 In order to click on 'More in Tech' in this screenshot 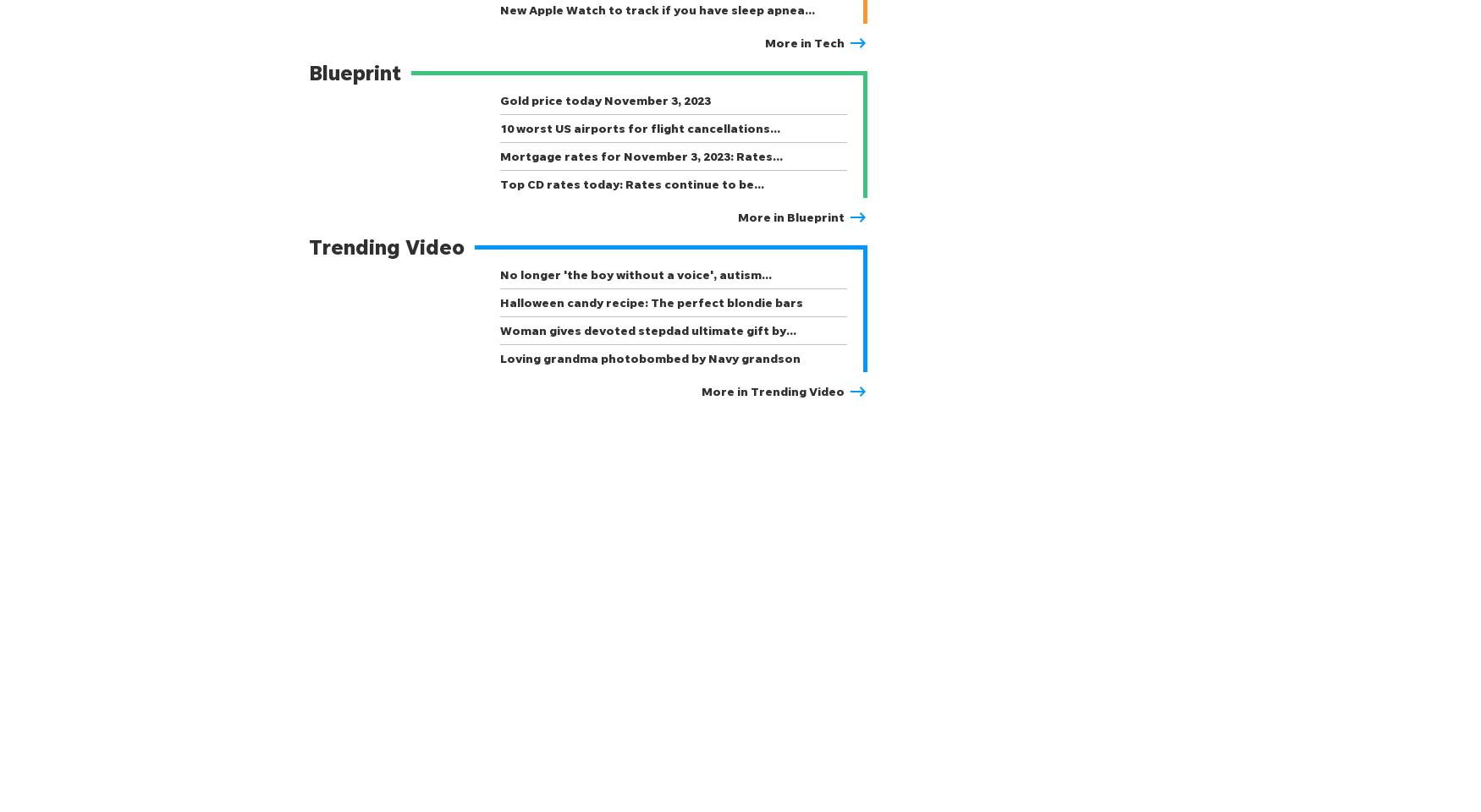, I will do `click(804, 41)`.